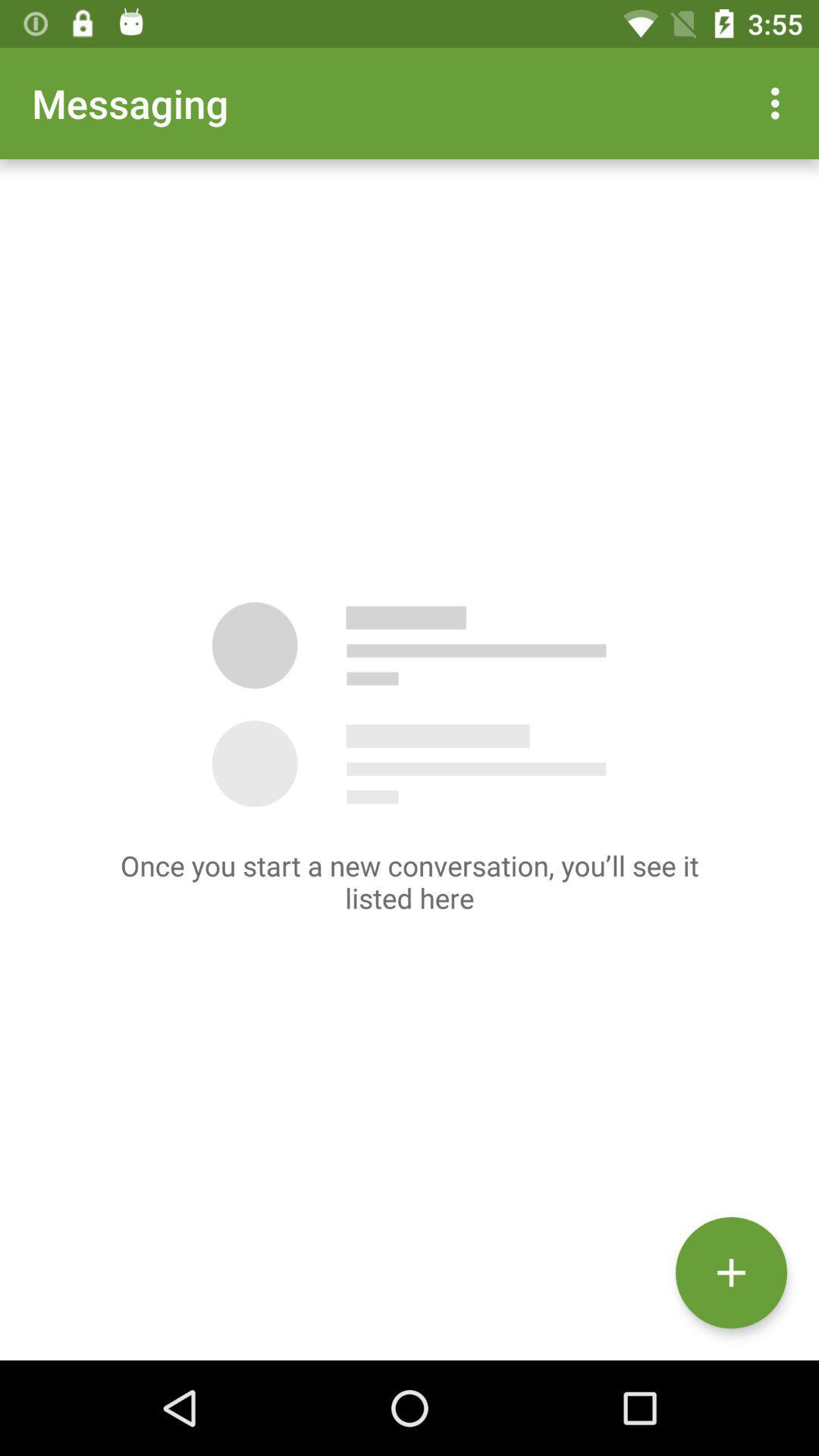  Describe the element at coordinates (779, 102) in the screenshot. I see `item at the top right corner` at that location.